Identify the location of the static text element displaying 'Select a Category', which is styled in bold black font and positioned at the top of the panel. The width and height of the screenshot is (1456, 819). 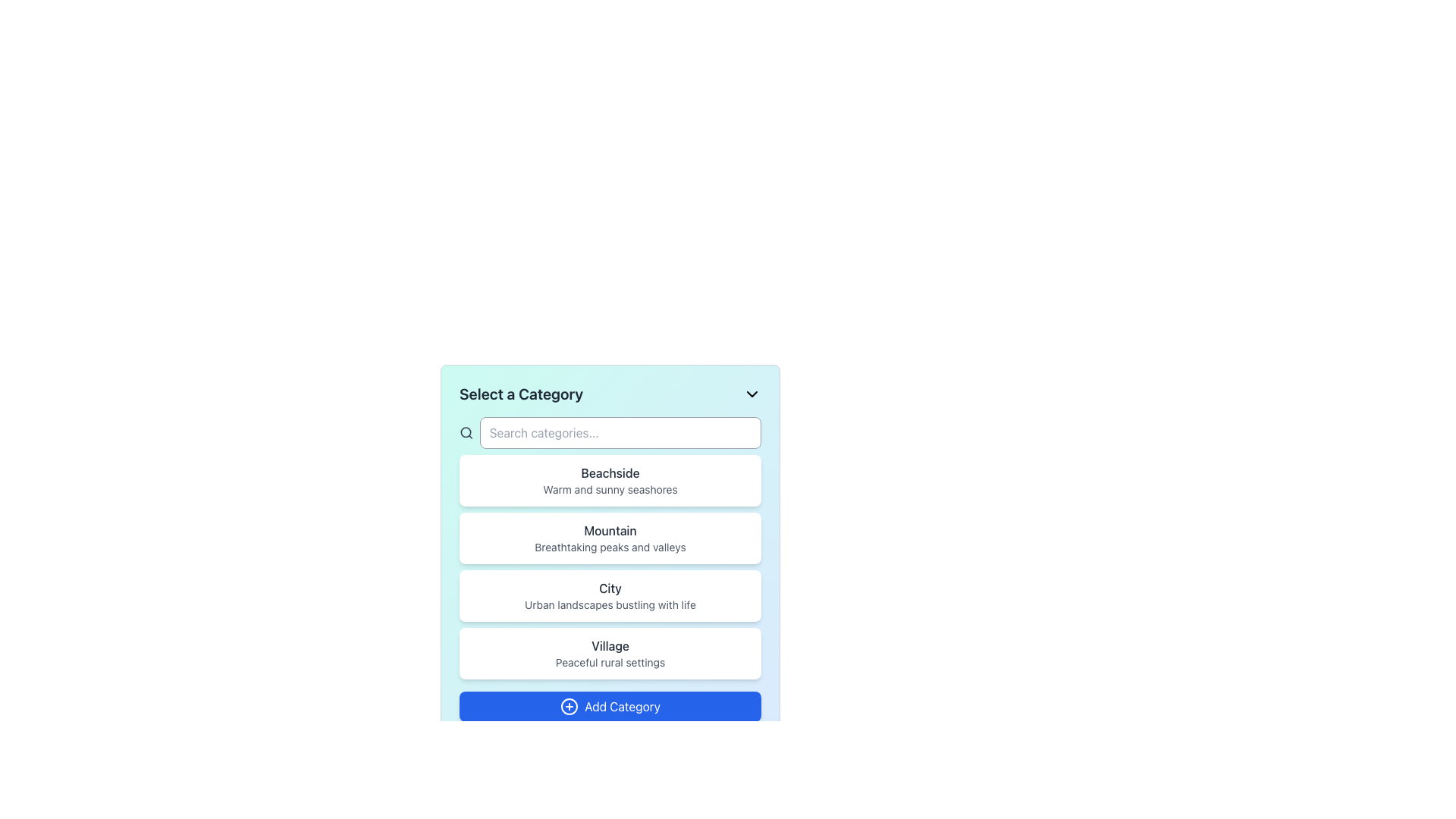
(521, 394).